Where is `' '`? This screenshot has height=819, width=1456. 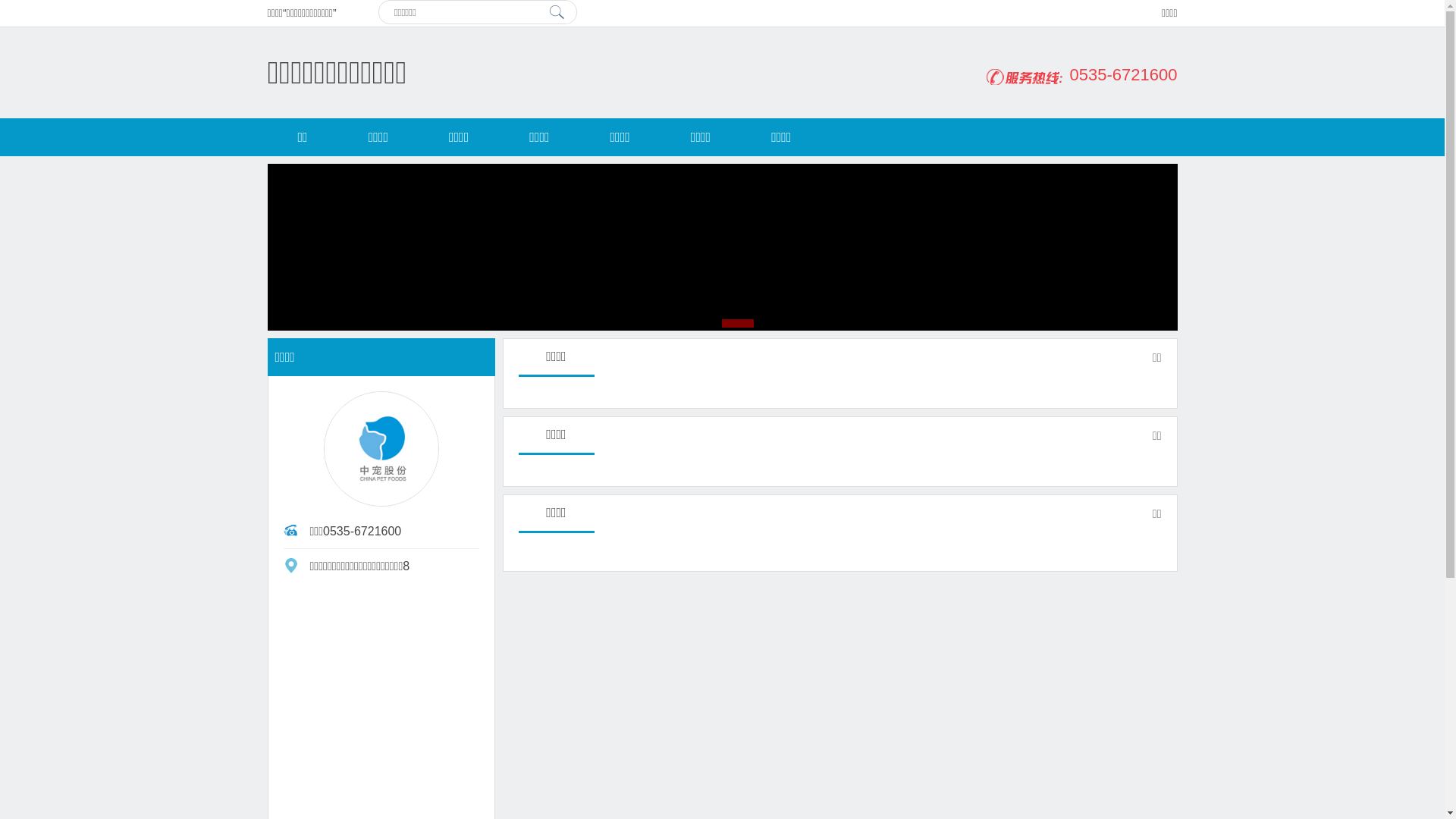
' ' is located at coordinates (556, 11).